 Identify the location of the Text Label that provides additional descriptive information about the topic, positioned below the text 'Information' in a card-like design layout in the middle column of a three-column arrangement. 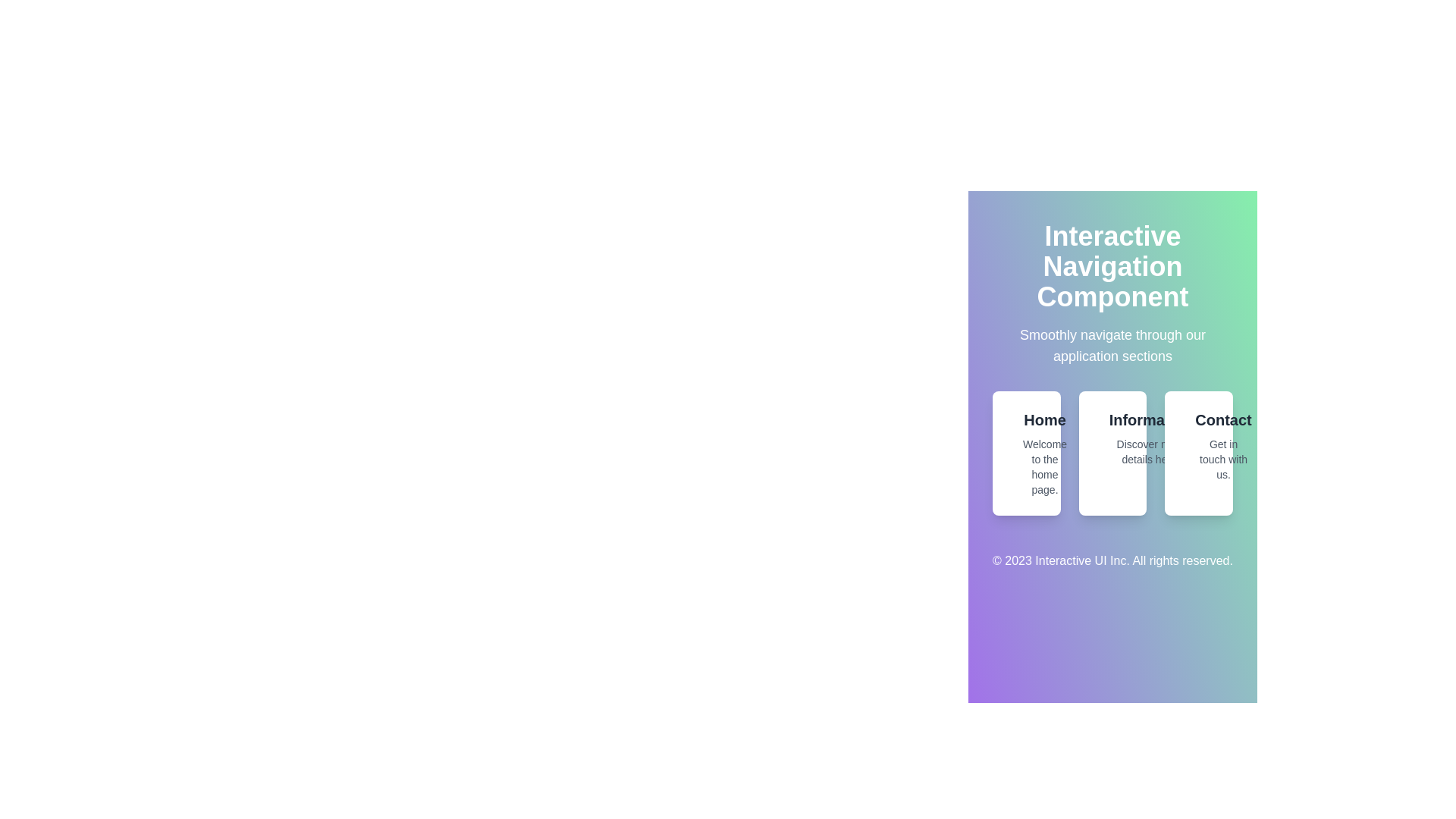
(1150, 451).